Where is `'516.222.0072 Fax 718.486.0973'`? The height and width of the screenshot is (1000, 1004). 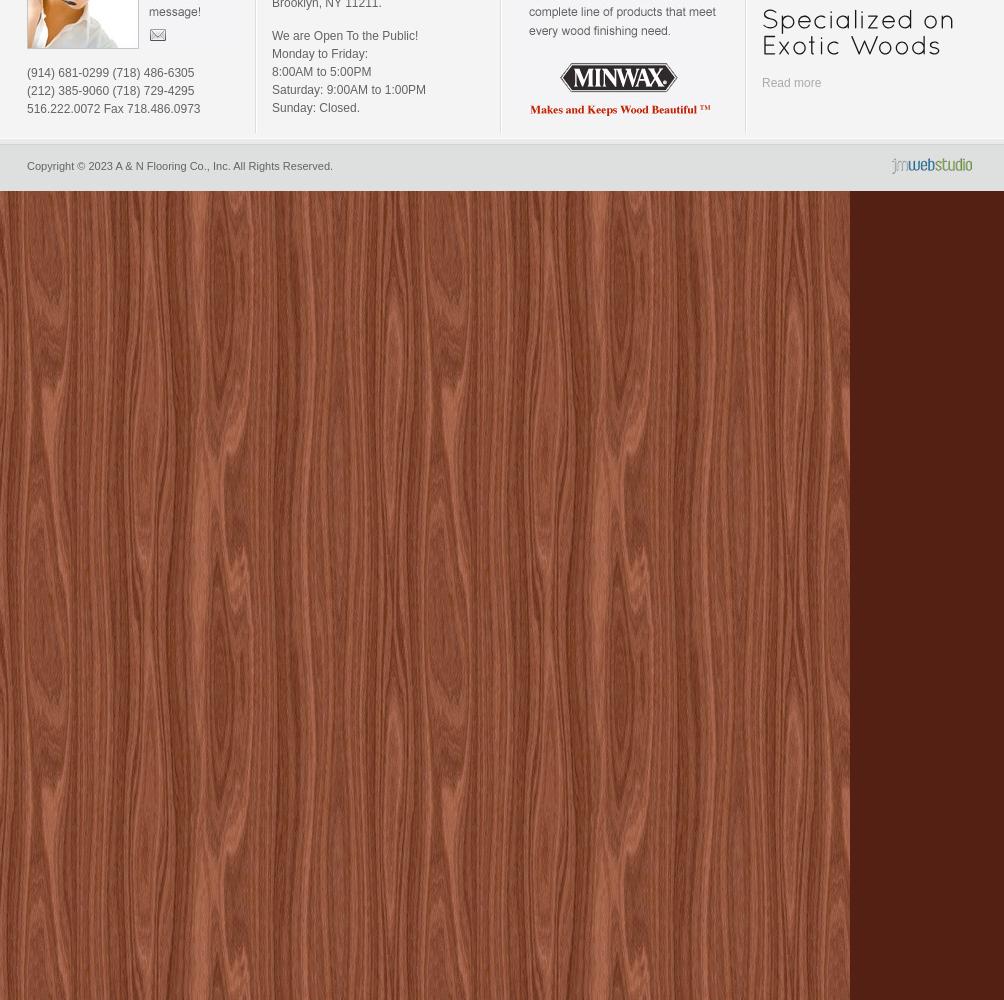 '516.222.0072 Fax 718.486.0973' is located at coordinates (113, 108).